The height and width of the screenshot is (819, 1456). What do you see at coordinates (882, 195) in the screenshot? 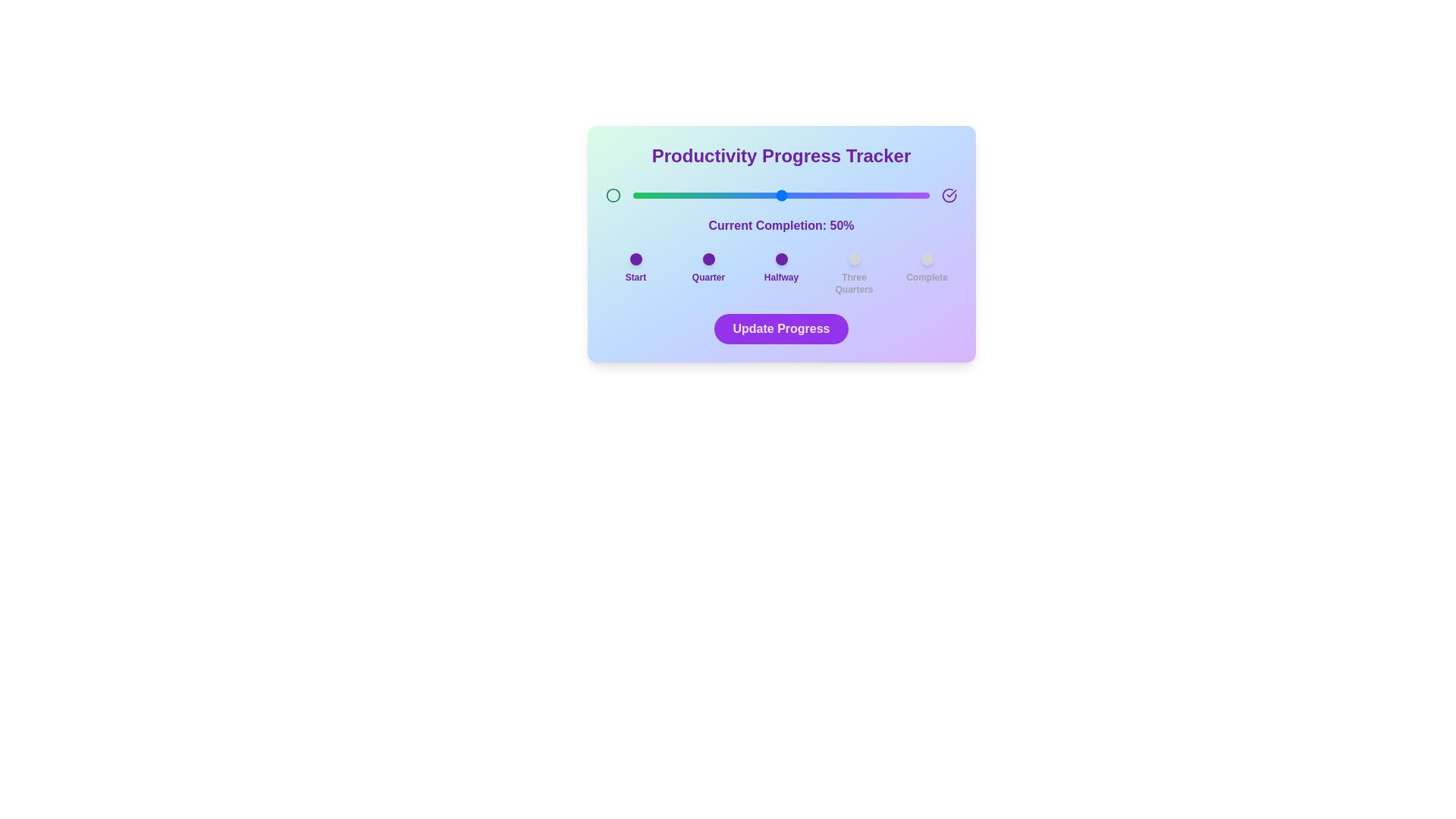
I see `the progress slider to 84%` at bounding box center [882, 195].